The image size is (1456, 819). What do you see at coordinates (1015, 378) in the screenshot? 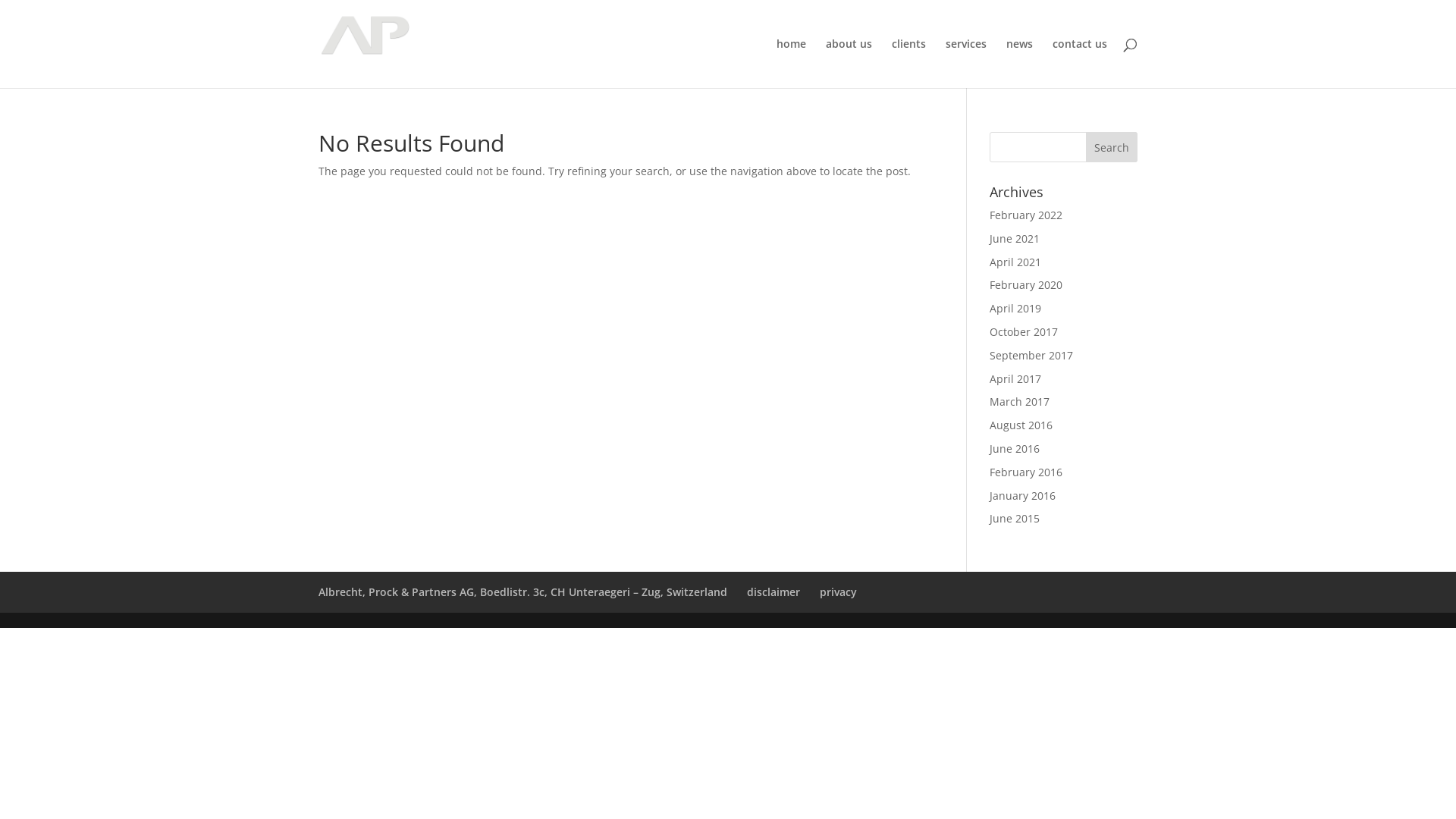
I see `'April 2017'` at bounding box center [1015, 378].